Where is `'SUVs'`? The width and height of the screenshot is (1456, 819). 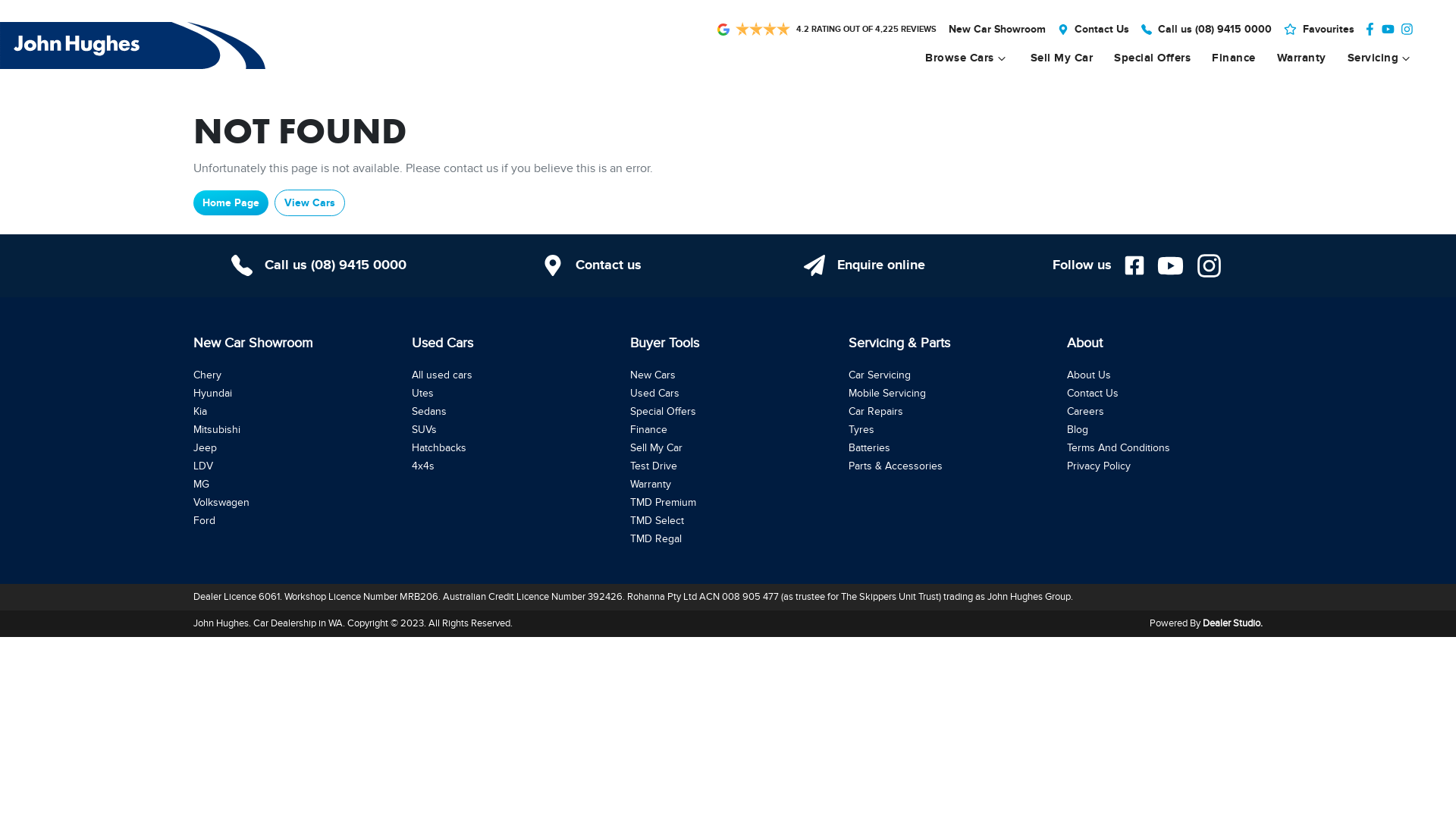
'SUVs' is located at coordinates (424, 429).